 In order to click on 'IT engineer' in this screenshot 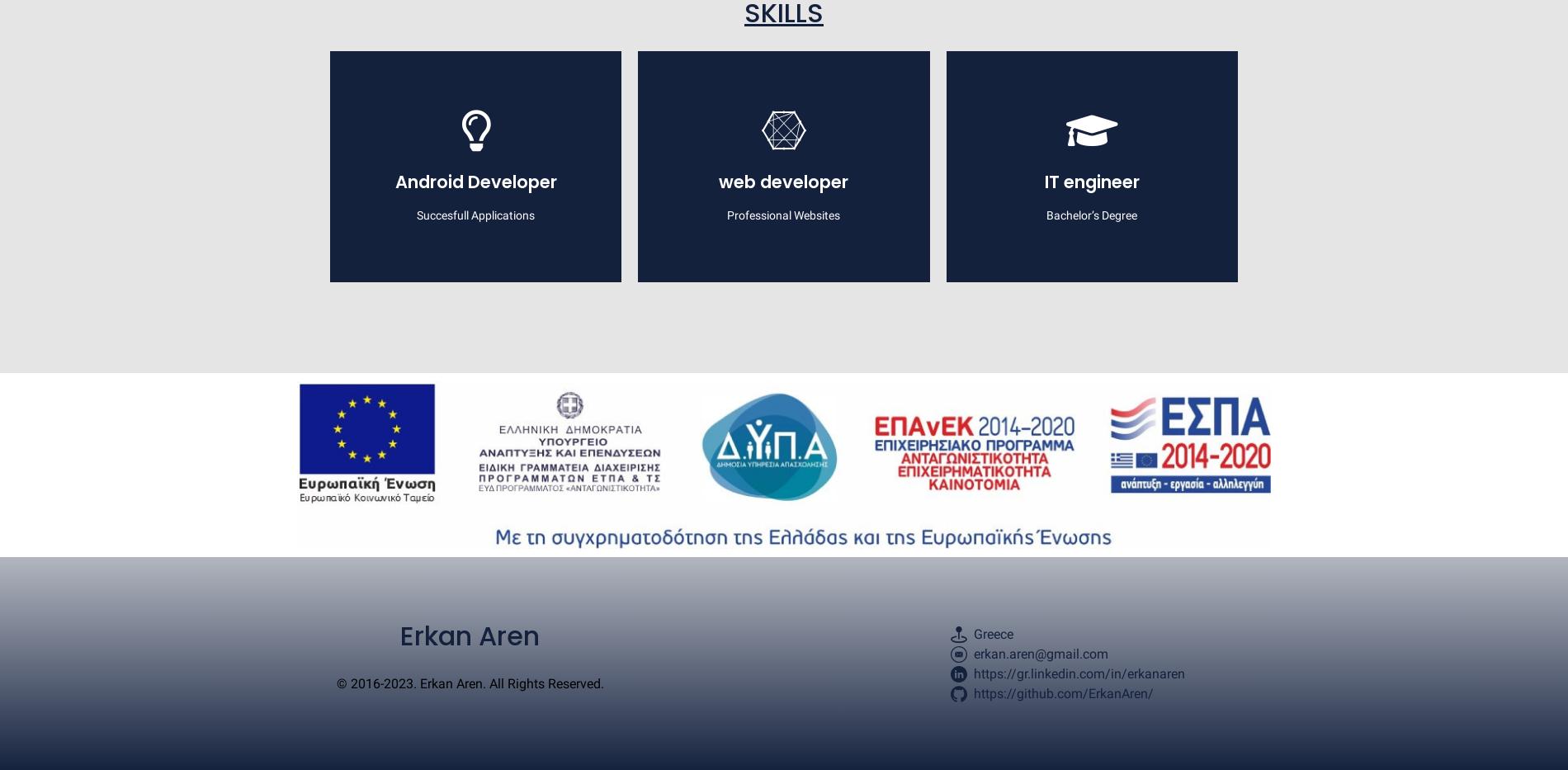, I will do `click(1090, 180)`.